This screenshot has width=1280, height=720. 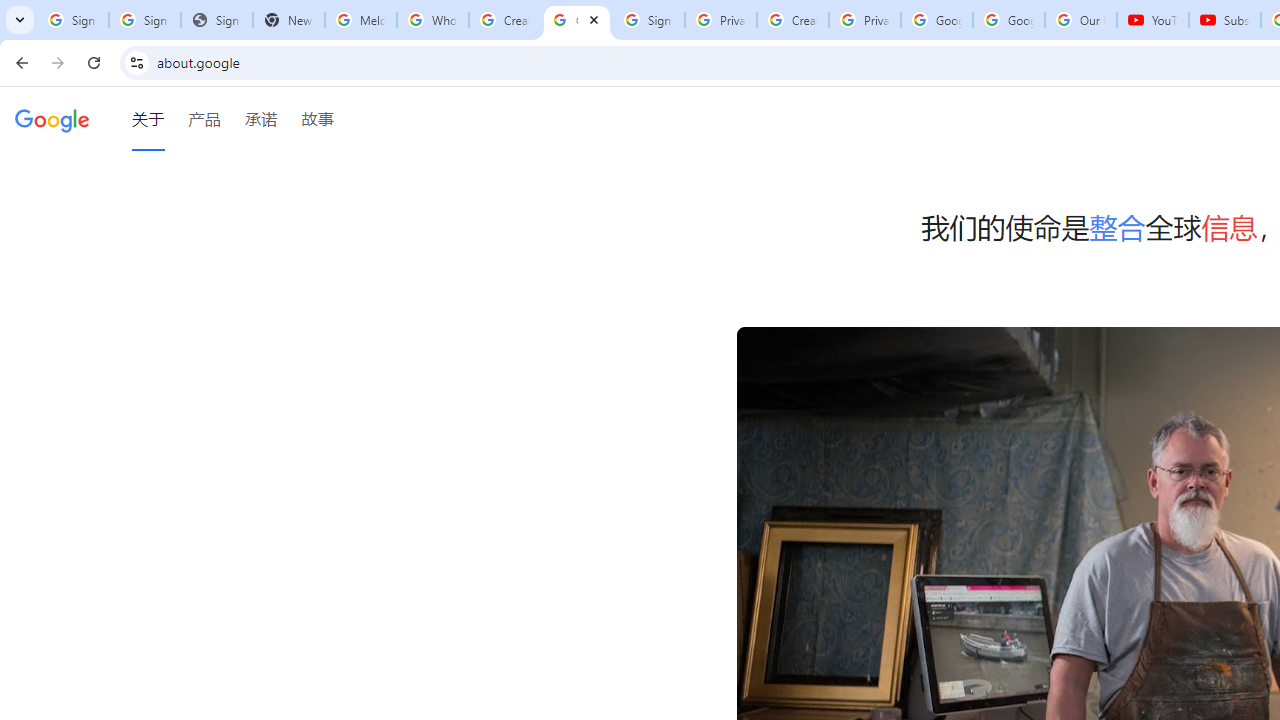 I want to click on 'Search tabs', so click(x=20, y=20).